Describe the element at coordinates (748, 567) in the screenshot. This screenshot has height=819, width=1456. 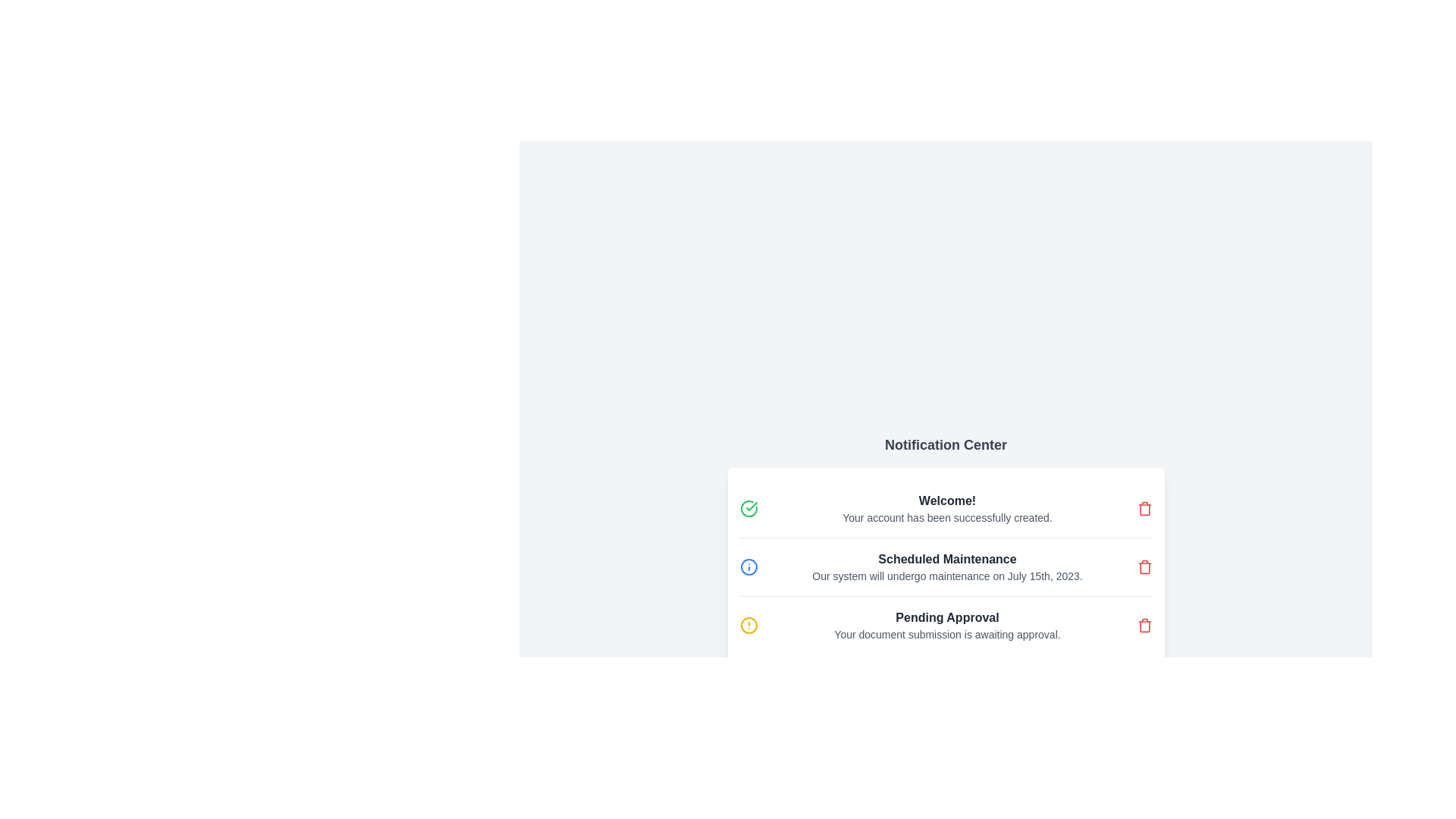
I see `the informational notification icon located to the left of the text 'Scheduled Maintenance' in the Notification Center` at that location.